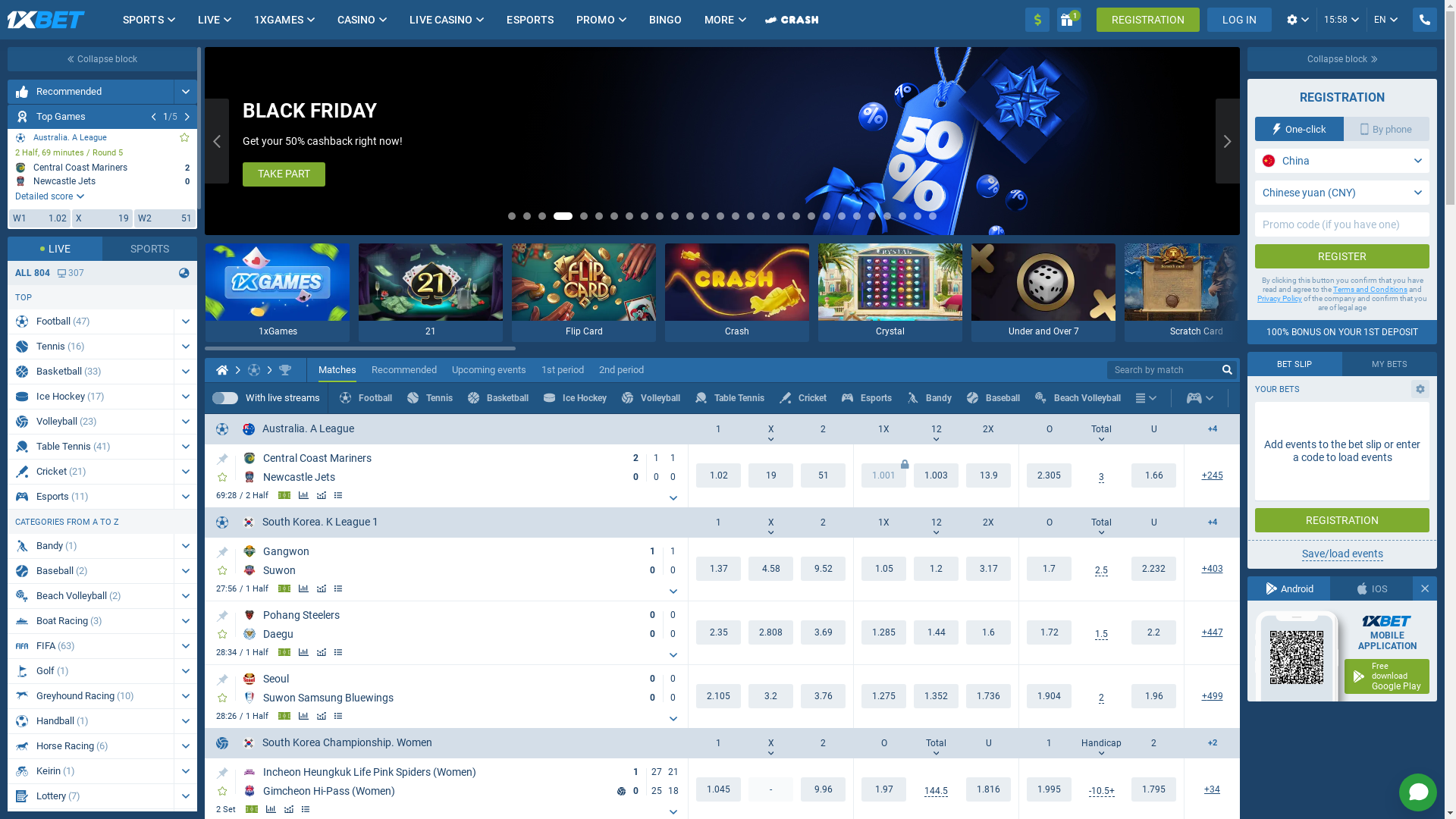 This screenshot has width=1456, height=819. Describe the element at coordinates (298, 428) in the screenshot. I see `'Australia. A League'` at that location.